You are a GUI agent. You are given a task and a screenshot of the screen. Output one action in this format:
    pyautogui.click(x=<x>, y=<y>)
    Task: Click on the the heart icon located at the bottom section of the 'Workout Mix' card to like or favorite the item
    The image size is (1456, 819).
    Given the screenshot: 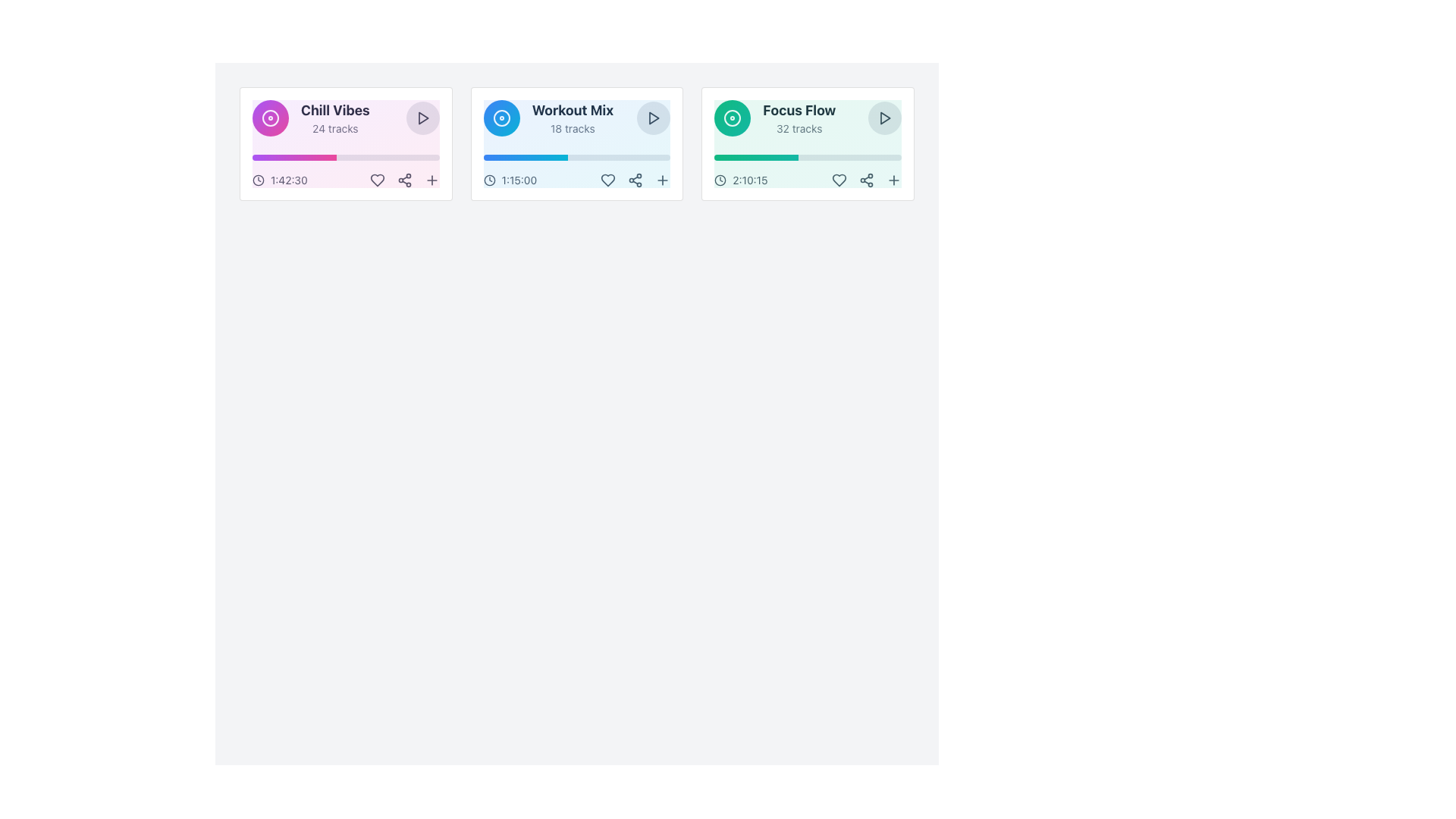 What is the action you would take?
    pyautogui.click(x=608, y=180)
    